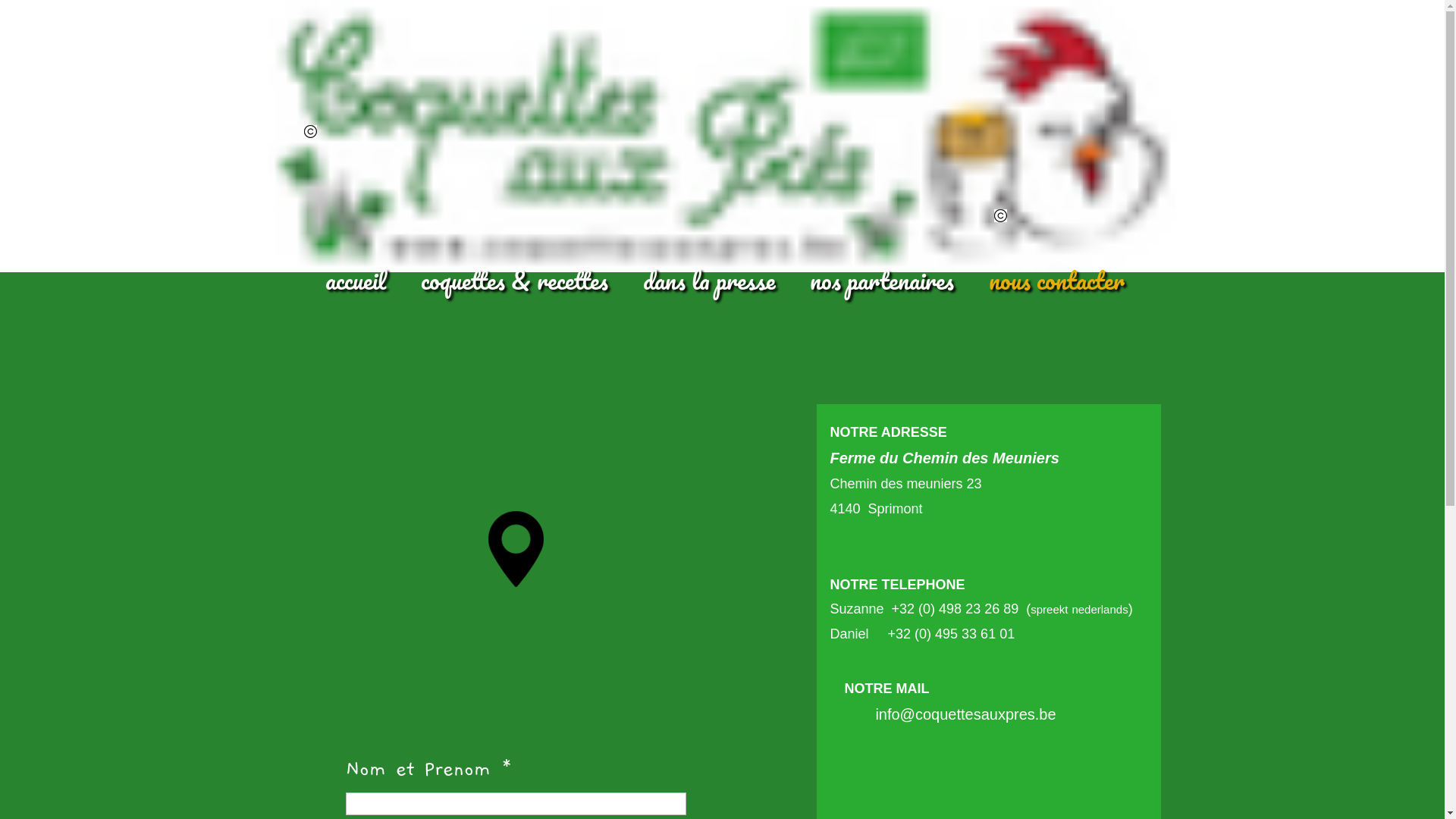  What do you see at coordinates (964, 714) in the screenshot?
I see `'info@coquettesauxpres.be'` at bounding box center [964, 714].